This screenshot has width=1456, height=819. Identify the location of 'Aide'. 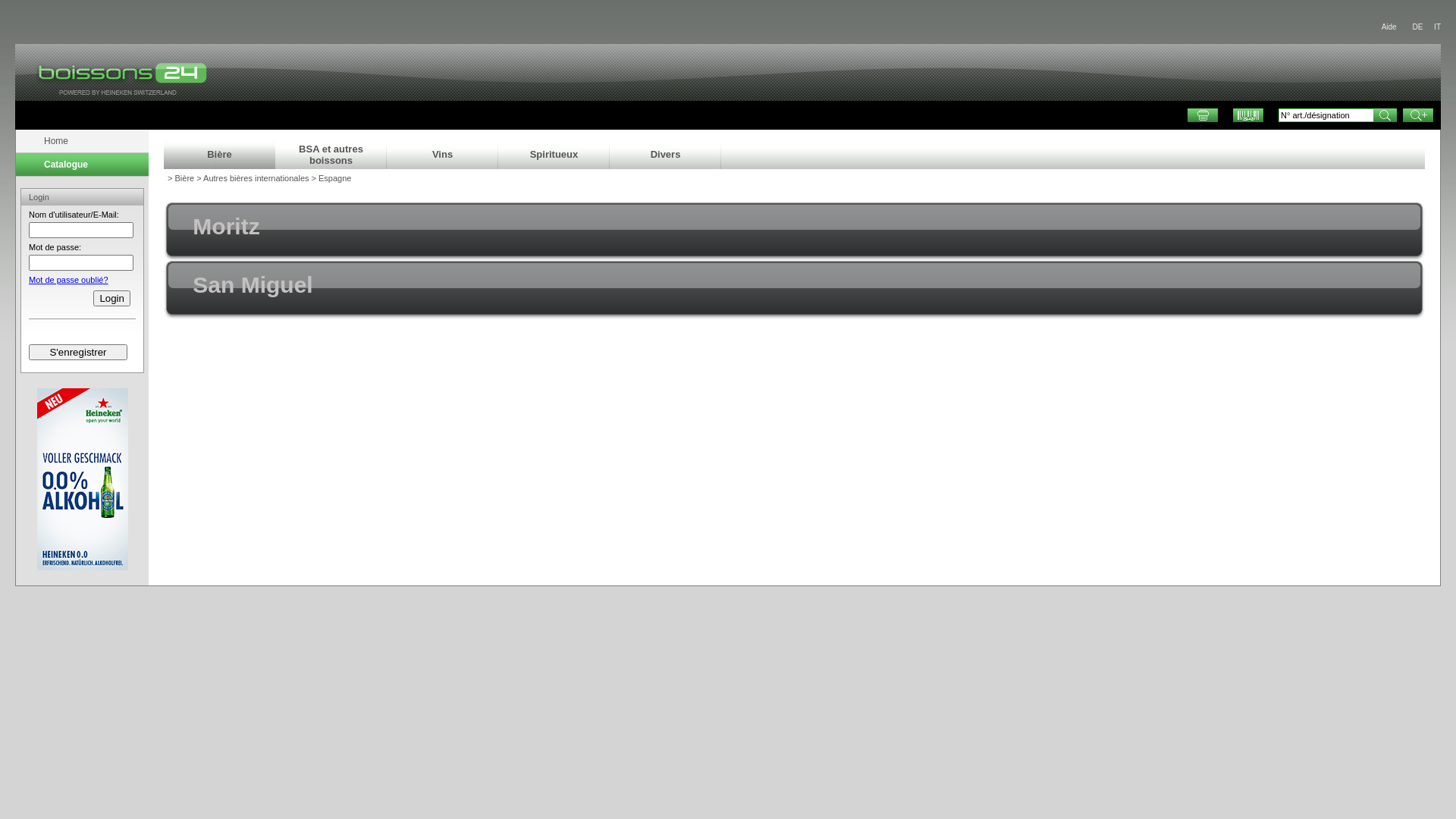
(1389, 27).